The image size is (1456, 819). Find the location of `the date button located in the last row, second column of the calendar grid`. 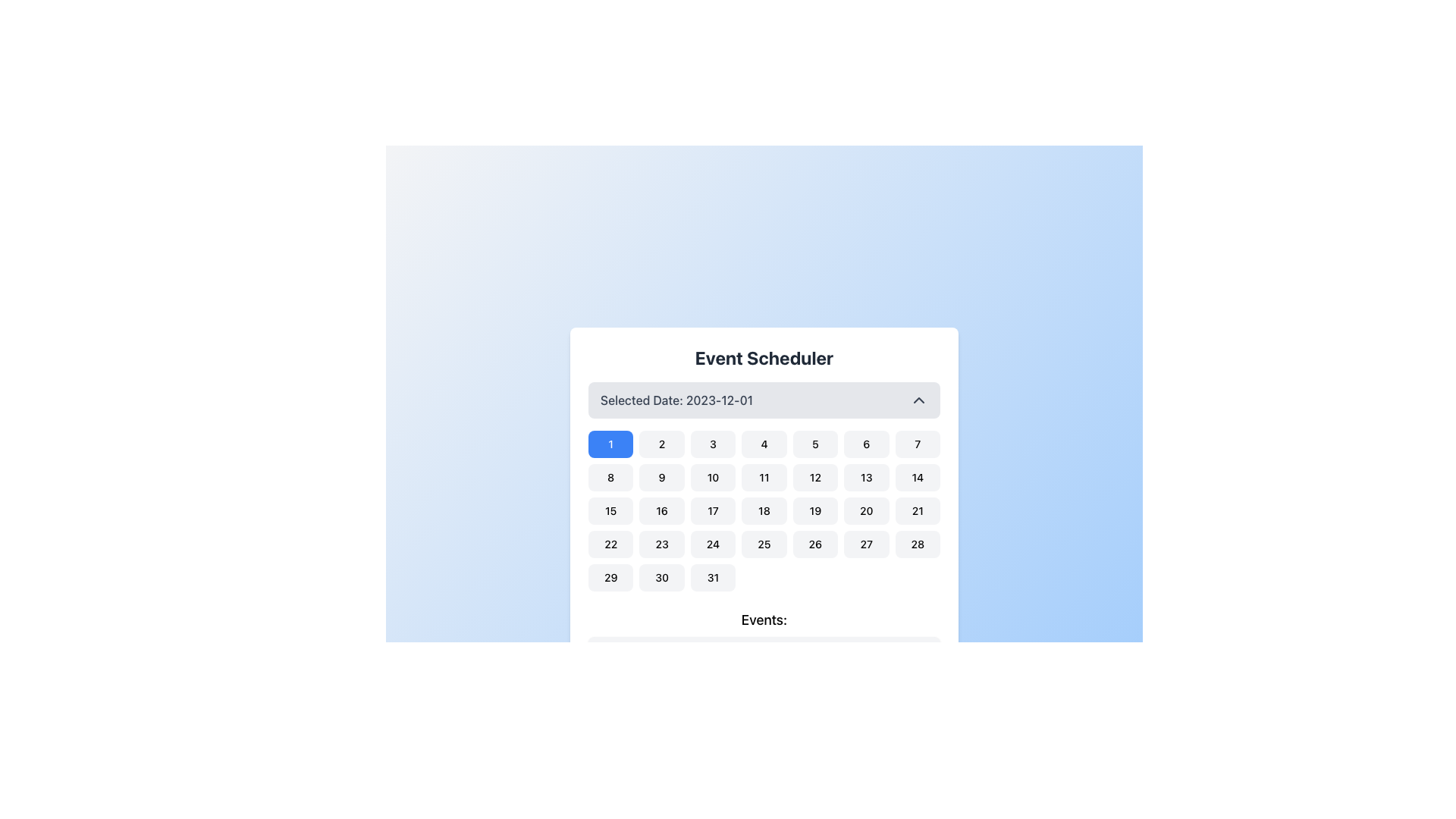

the date button located in the last row, second column of the calendar grid is located at coordinates (662, 578).